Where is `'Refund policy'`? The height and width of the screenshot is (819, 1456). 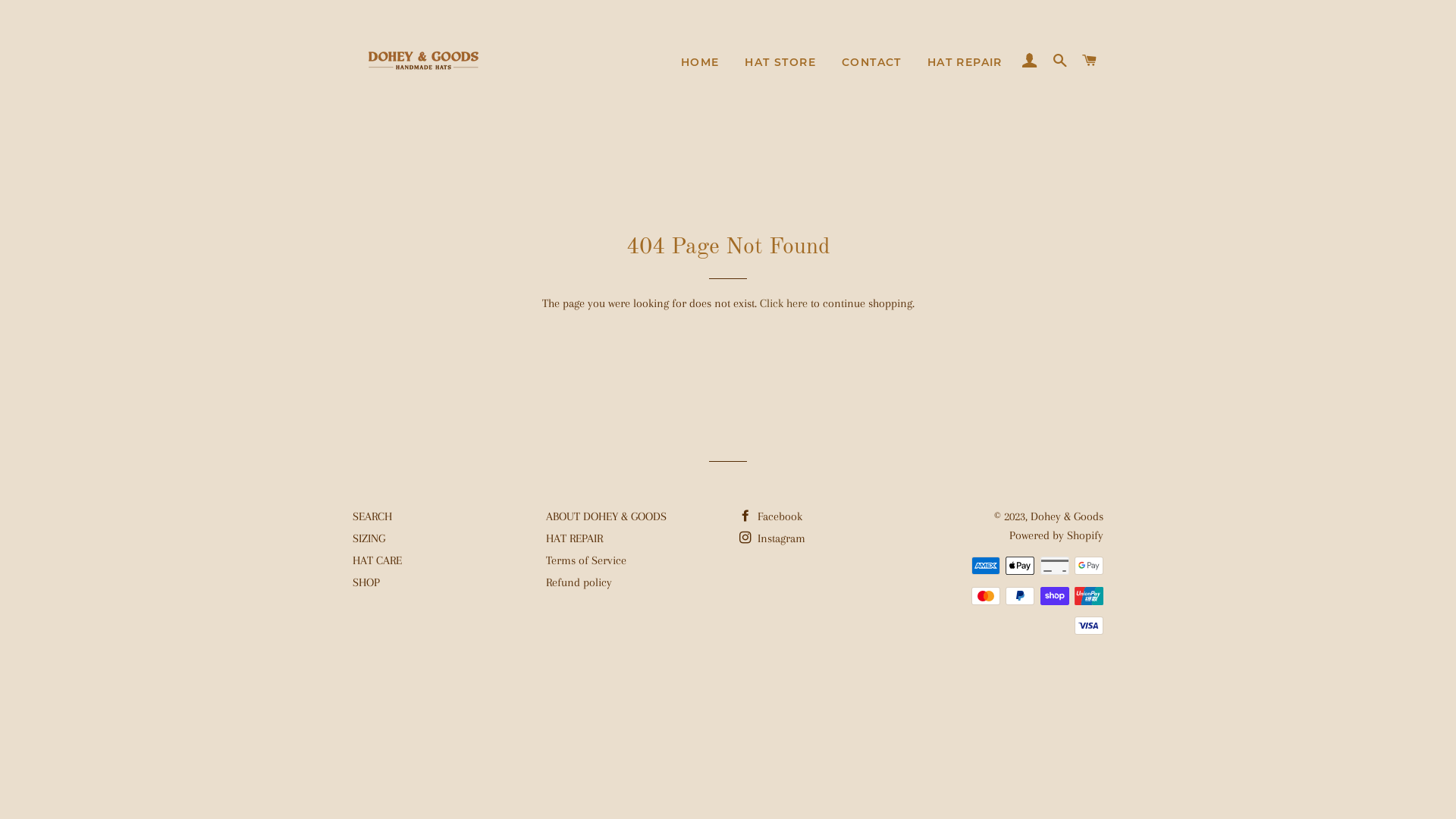 'Refund policy' is located at coordinates (578, 581).